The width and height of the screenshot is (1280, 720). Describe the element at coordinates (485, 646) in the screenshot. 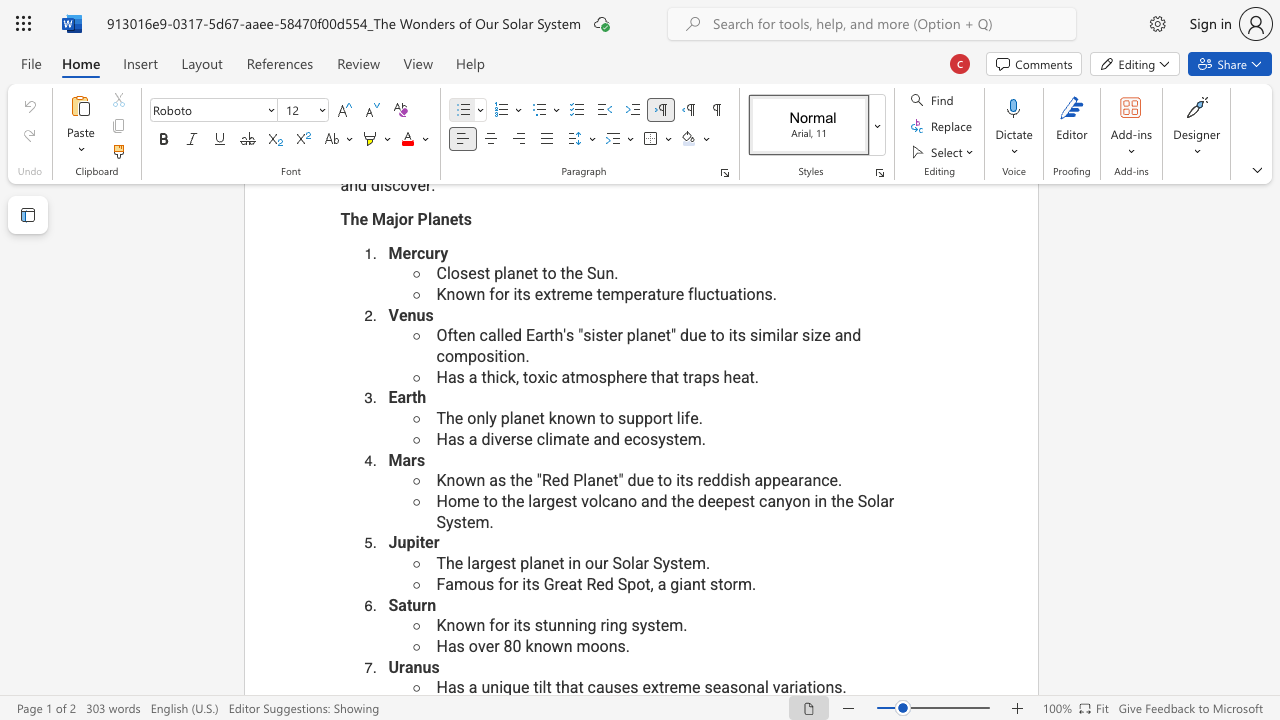

I see `the space between the continuous character "v" and "e" in the text` at that location.